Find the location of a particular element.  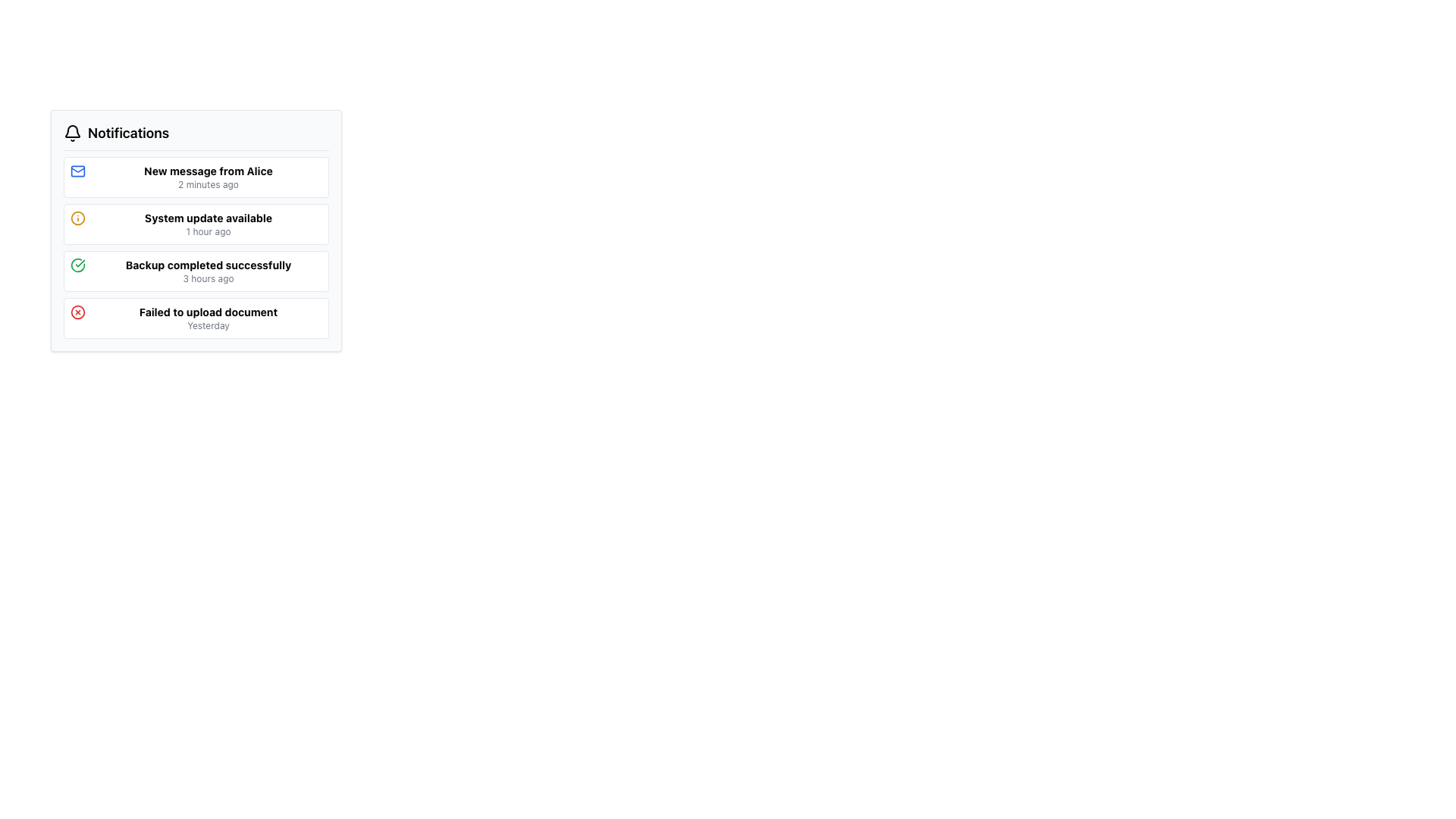

information displayed in the Text Label indicating the time elapsed since the event occurred, specifically showing '1 hour ago', located under the second notification titled 'System update available' is located at coordinates (207, 231).